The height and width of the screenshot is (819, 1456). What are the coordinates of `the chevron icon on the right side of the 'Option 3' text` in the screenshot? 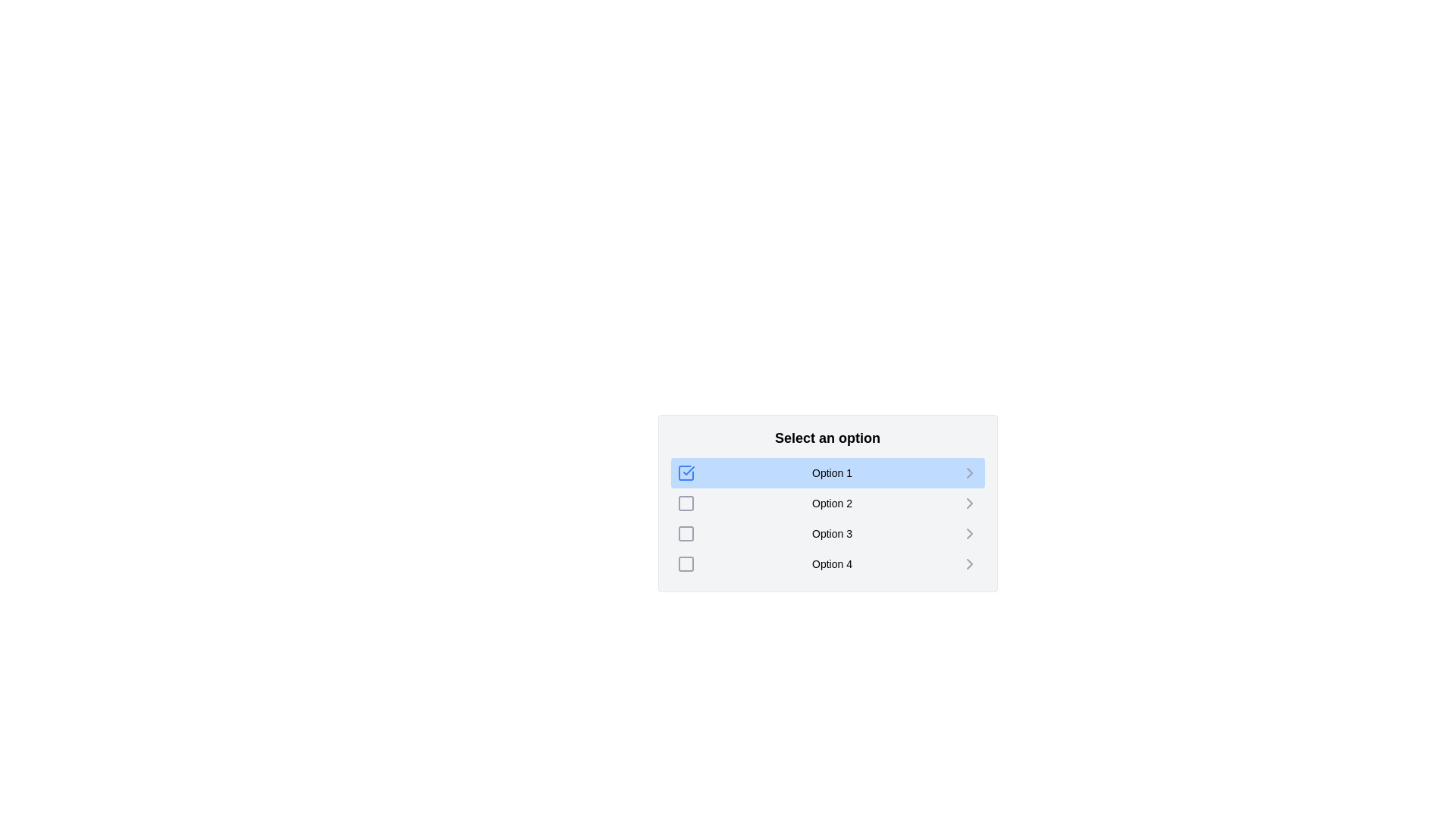 It's located at (968, 533).